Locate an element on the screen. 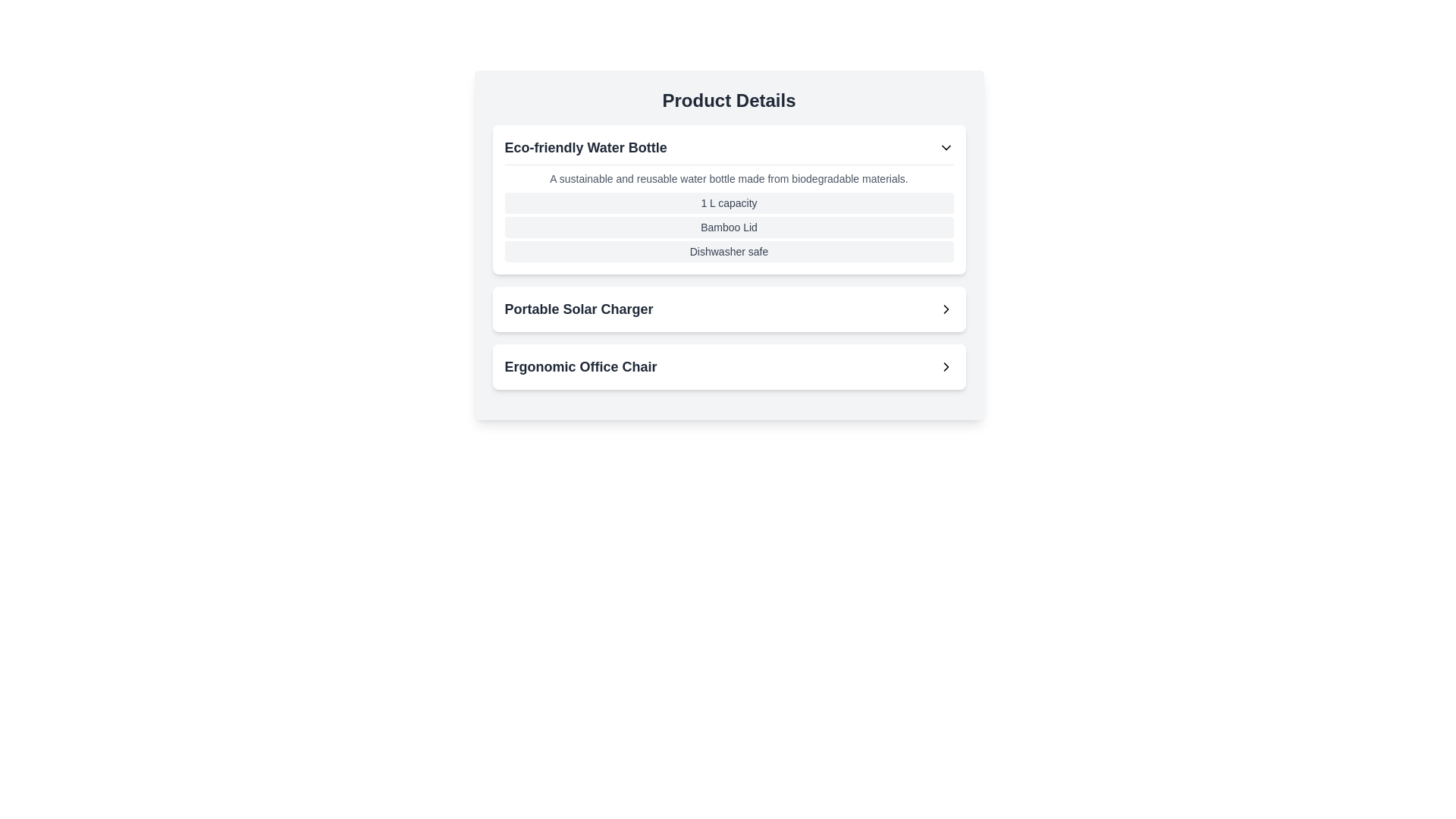 The width and height of the screenshot is (1456, 819). the second item in the product details list labeled 'Portable Solar Charger' is located at coordinates (729, 309).